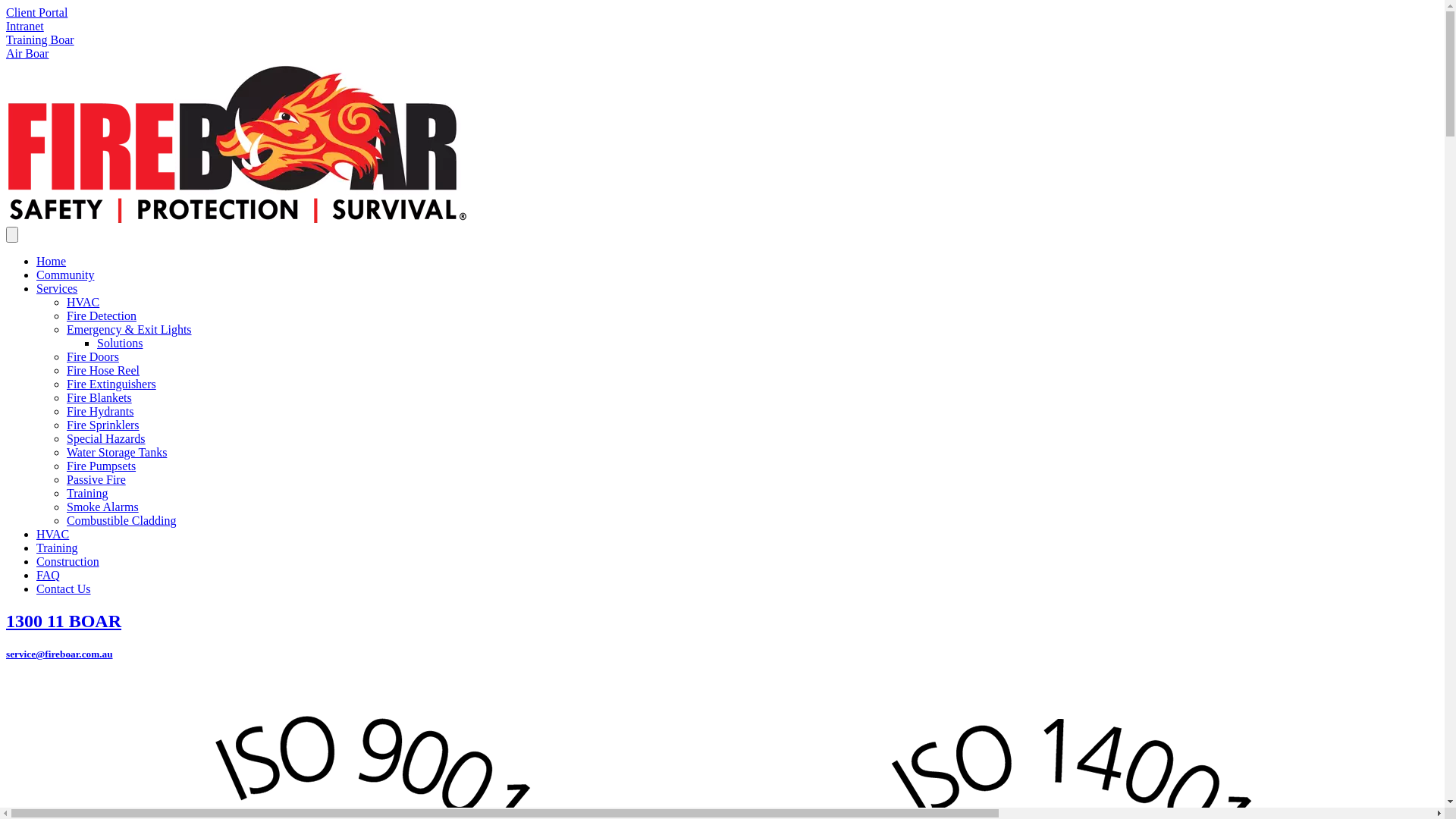 The height and width of the screenshot is (819, 1456). Describe the element at coordinates (99, 411) in the screenshot. I see `'Fire Hydrants'` at that location.